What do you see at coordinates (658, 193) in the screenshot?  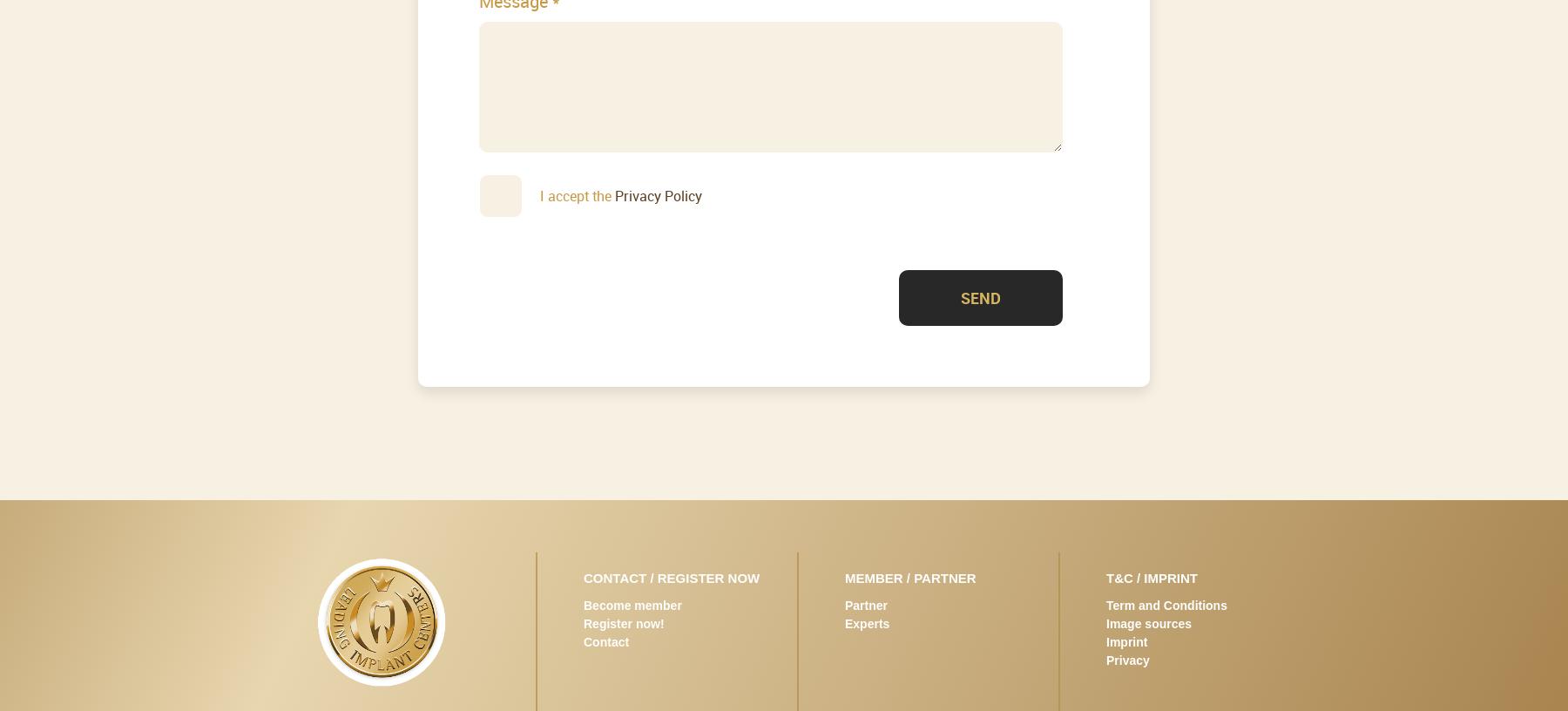 I see `'Privacy Policy'` at bounding box center [658, 193].